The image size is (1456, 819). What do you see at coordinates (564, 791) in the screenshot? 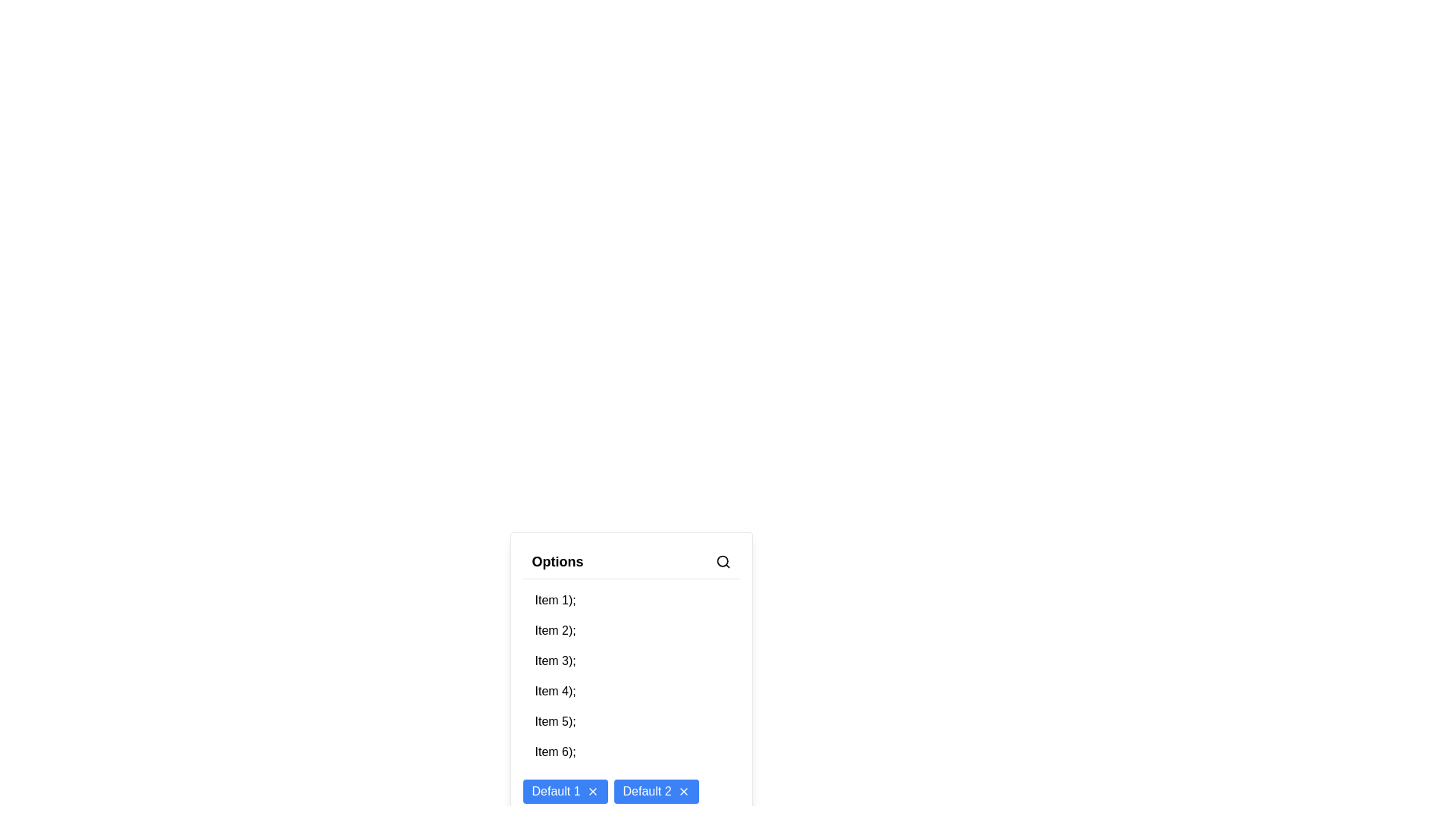
I see `the blue button labeled 'Default 1' with white text and an embedded 'X' icon` at bounding box center [564, 791].